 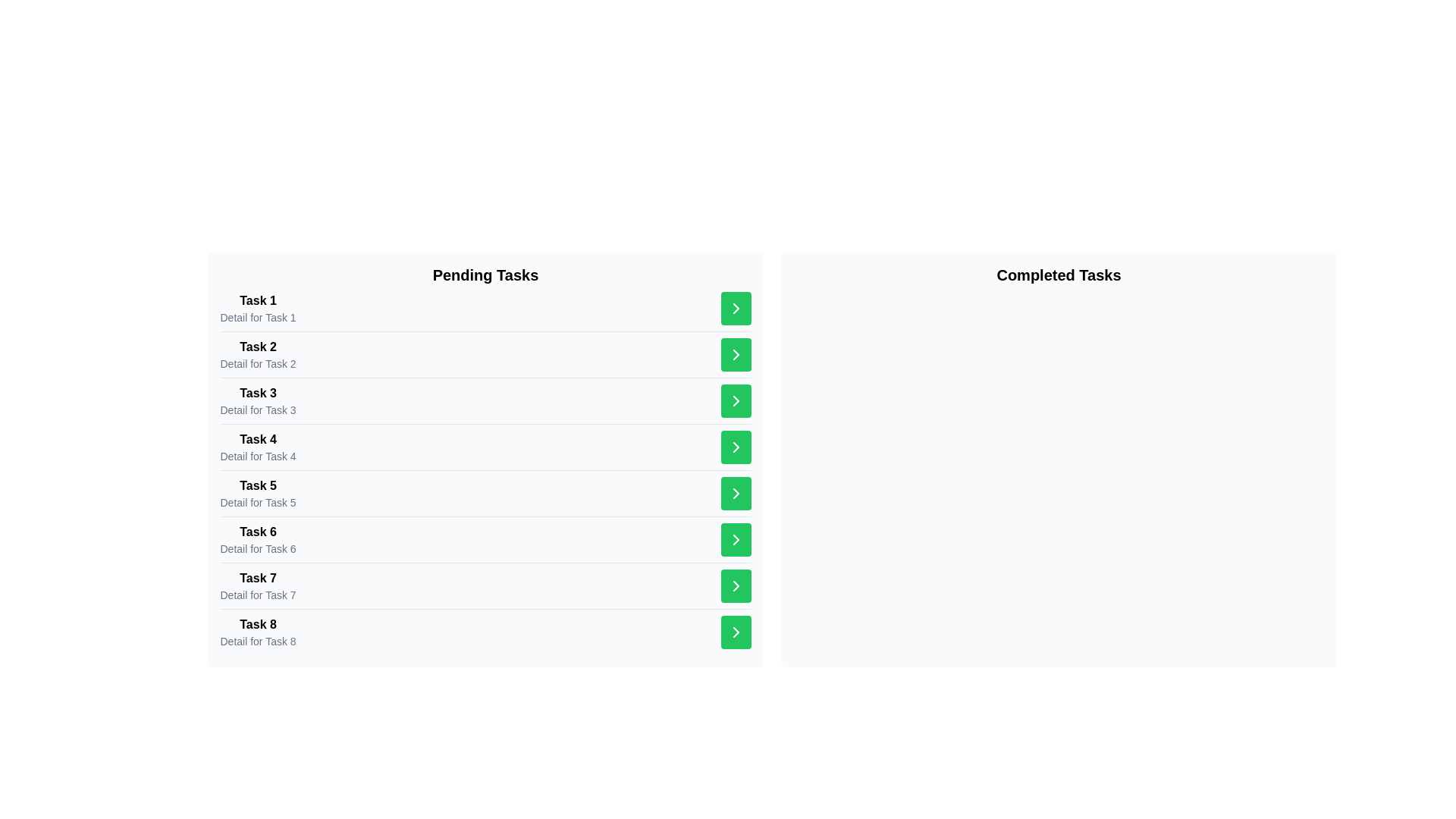 What do you see at coordinates (258, 439) in the screenshot?
I see `text label displaying 'Task 4' located in the fourth row of the 'Pending Tasks' section, positioned above its details text` at bounding box center [258, 439].